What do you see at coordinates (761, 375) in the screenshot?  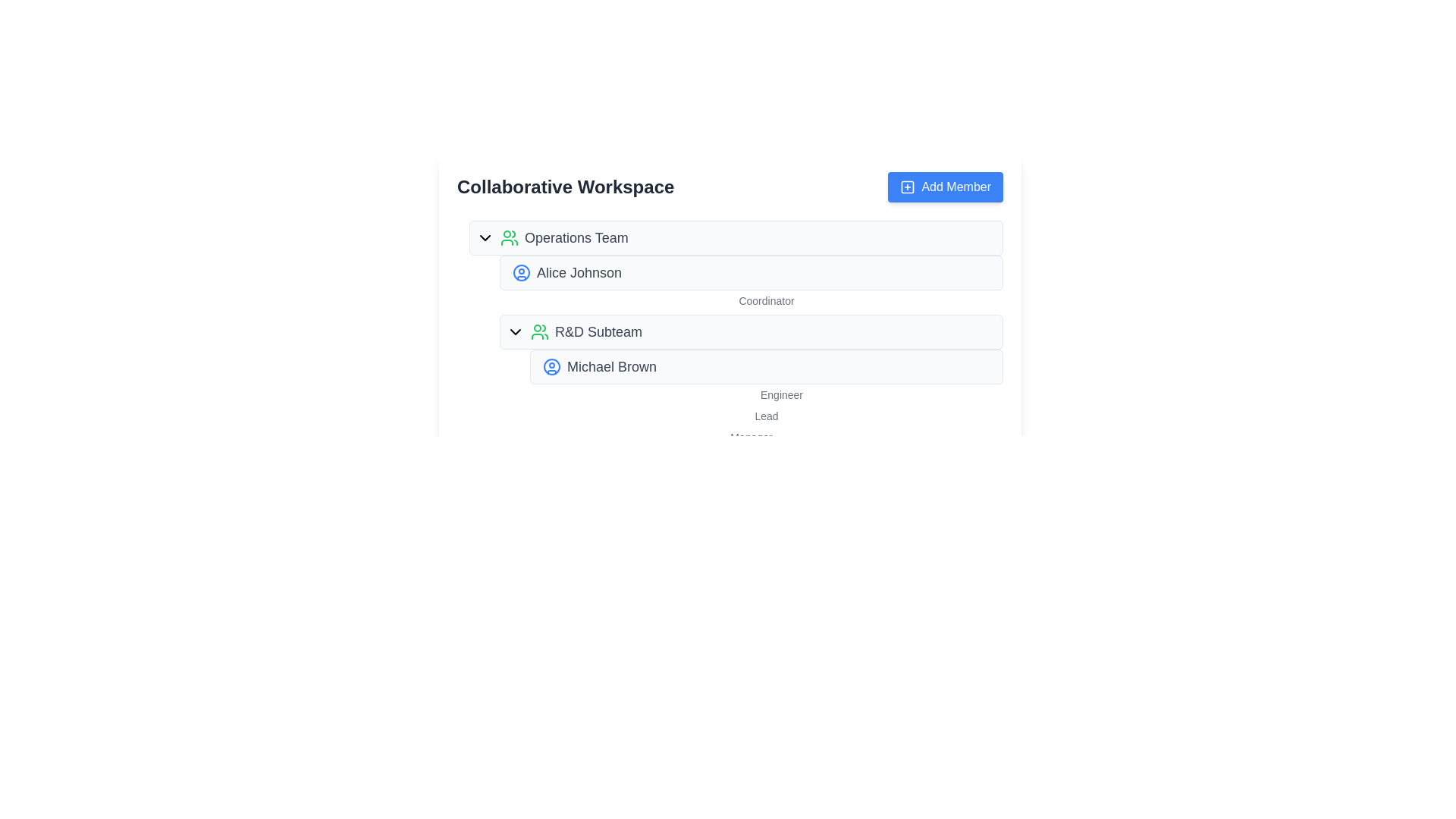 I see `the list item displaying the name 'Michael Brown' under the 'R&D Subteam' section` at bounding box center [761, 375].